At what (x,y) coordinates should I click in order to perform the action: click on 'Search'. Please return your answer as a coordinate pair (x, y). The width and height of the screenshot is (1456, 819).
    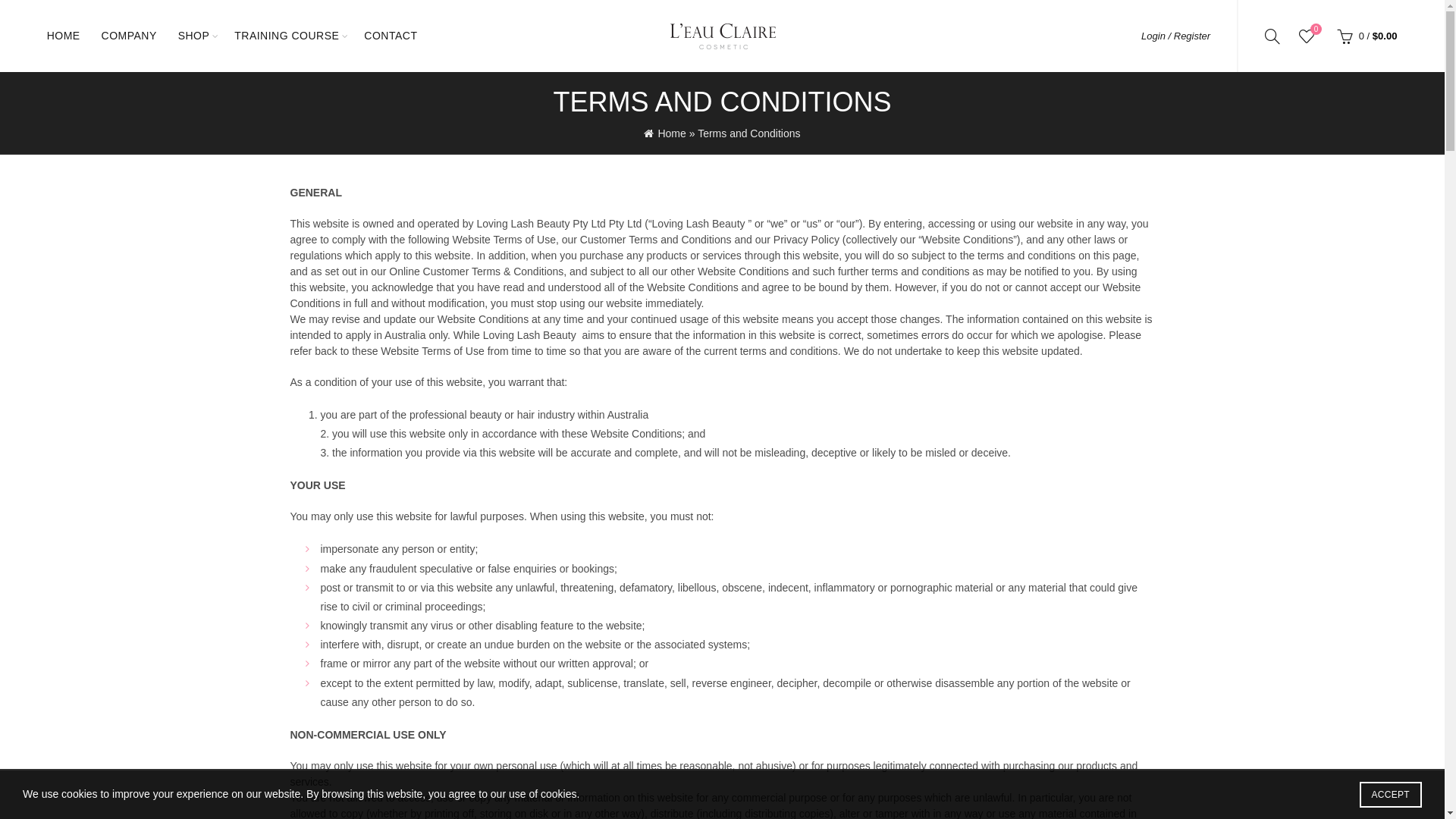
    Looking at the image, I should click on (30, 45).